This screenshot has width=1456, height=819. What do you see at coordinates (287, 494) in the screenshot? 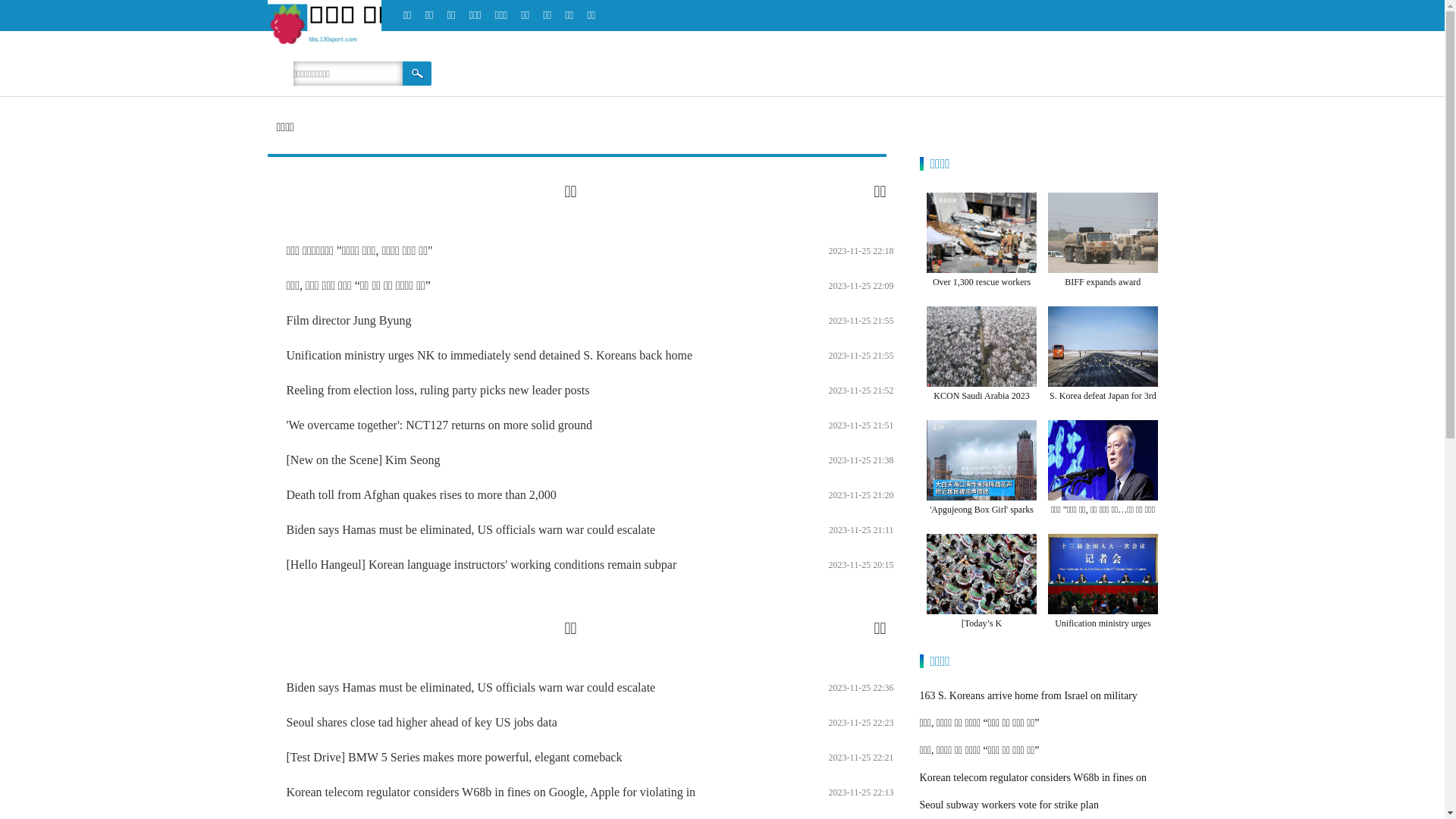
I see `'Death toll from Afghan quakes rises to more than 2,000'` at bounding box center [287, 494].